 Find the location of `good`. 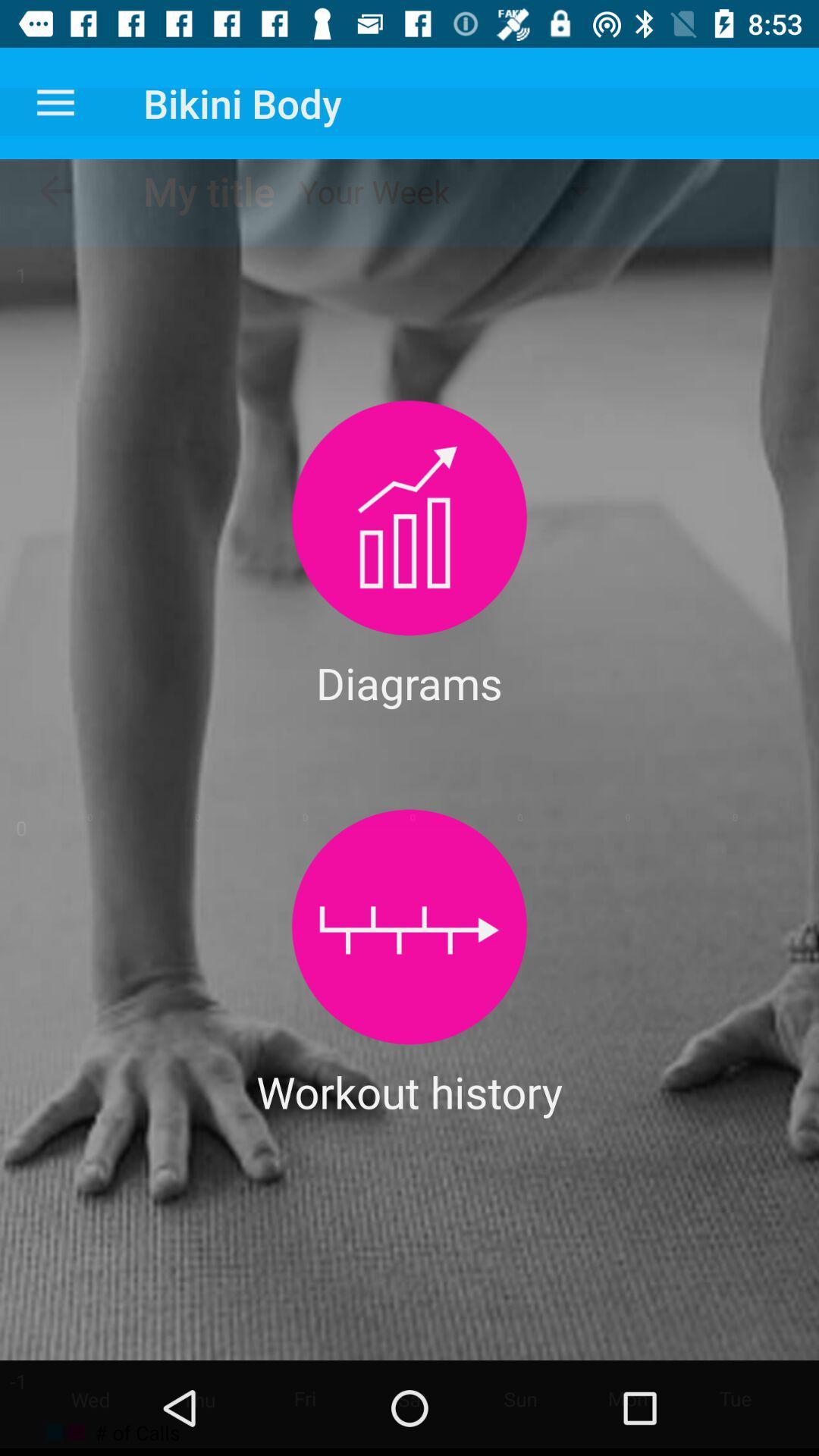

good is located at coordinates (409, 926).